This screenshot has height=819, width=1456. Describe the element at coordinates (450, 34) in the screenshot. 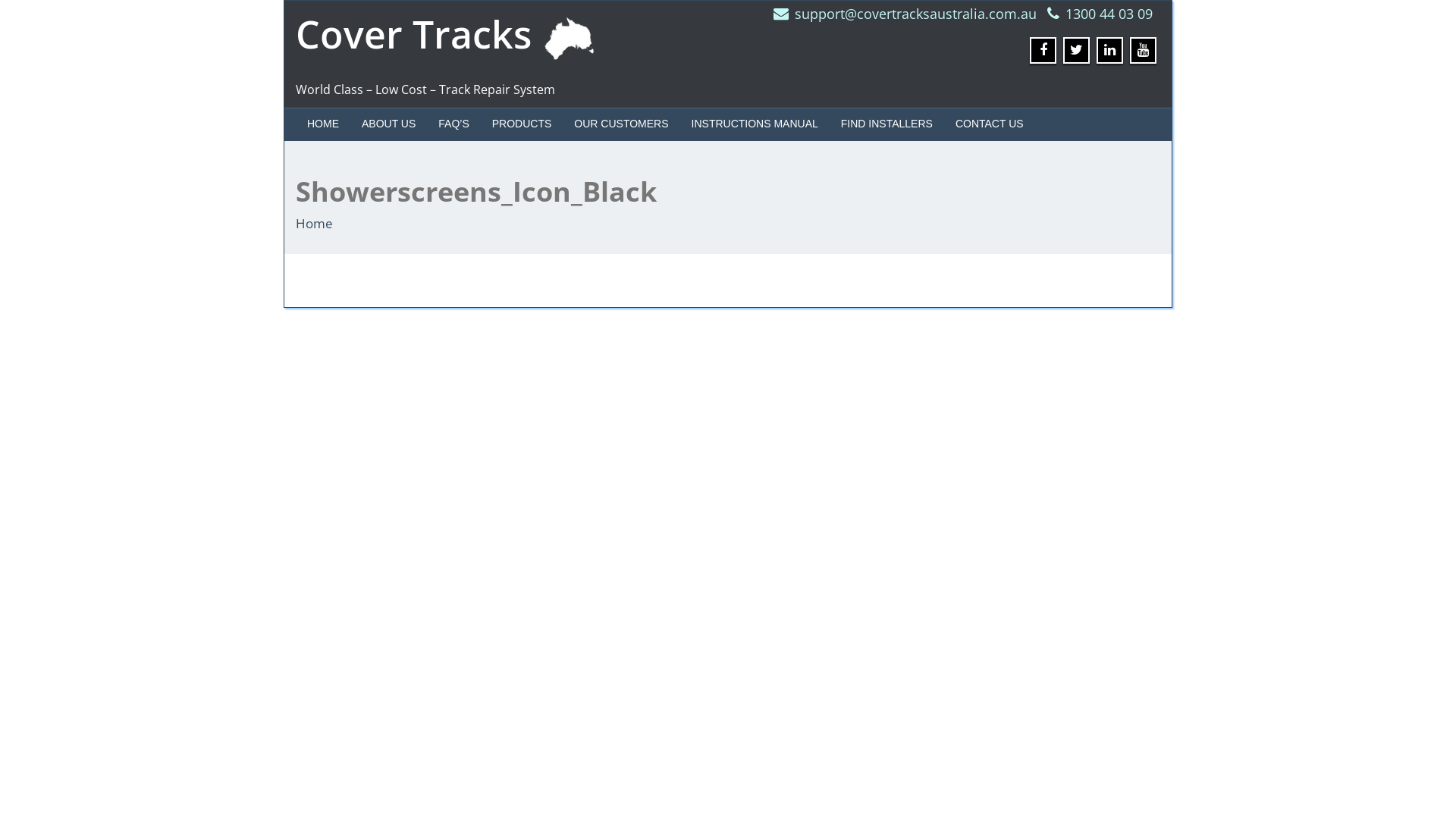

I see `'Cover Tracks'` at that location.